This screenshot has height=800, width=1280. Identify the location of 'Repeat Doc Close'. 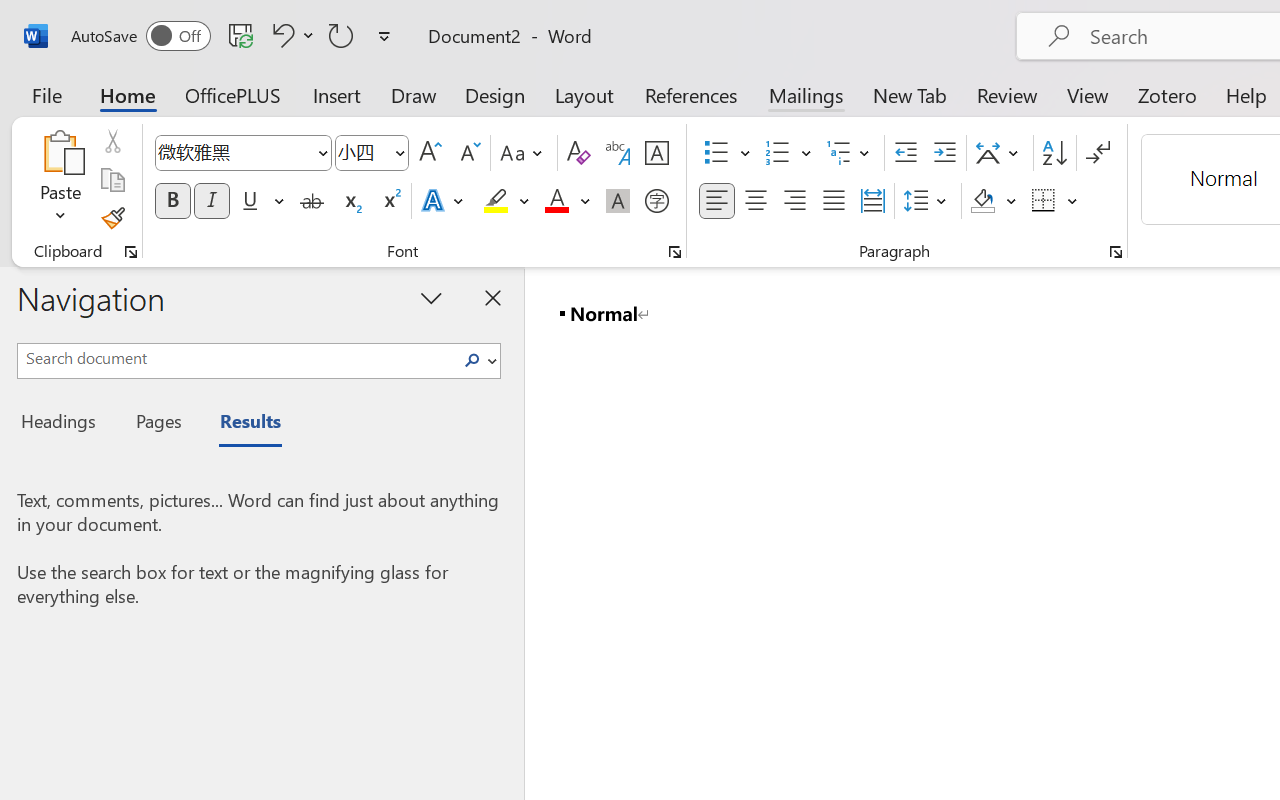
(341, 34).